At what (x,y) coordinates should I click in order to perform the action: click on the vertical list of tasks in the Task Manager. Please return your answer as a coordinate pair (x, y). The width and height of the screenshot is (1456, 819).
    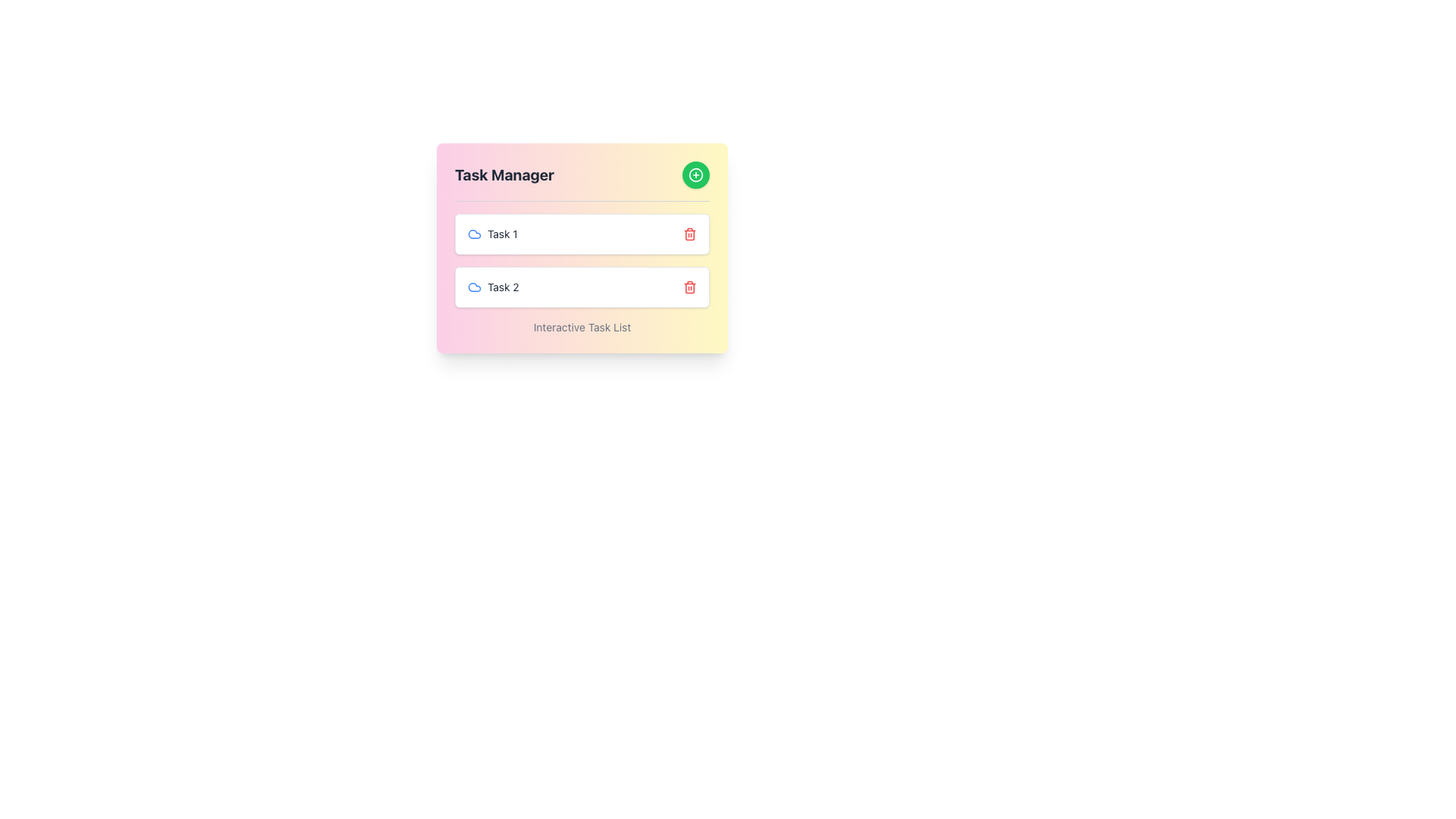
    Looking at the image, I should click on (582, 259).